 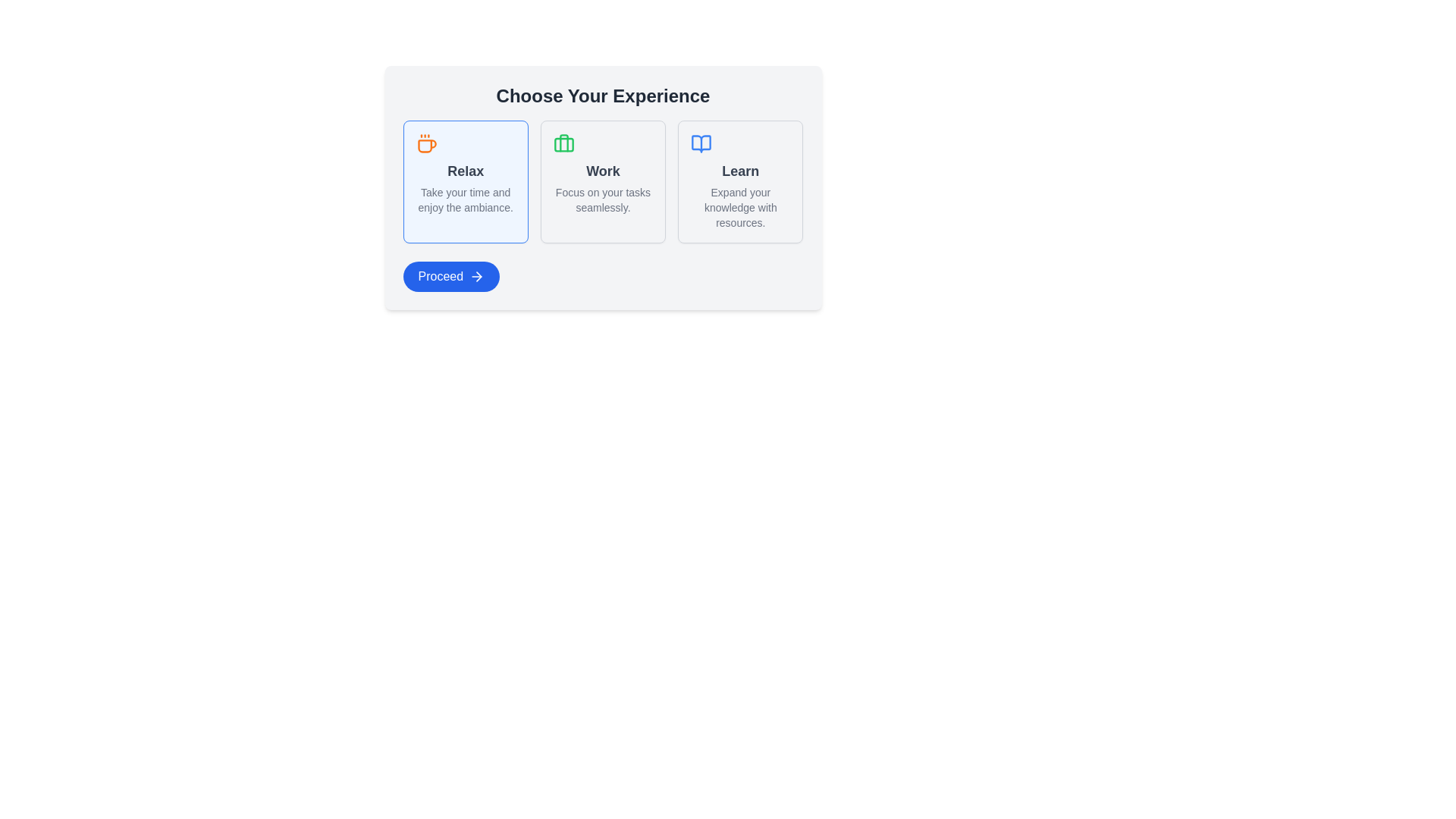 What do you see at coordinates (426, 146) in the screenshot?
I see `the coffee cup icon located in the top left box labeled 'Relax' in the 'Choose Your Experience' section` at bounding box center [426, 146].